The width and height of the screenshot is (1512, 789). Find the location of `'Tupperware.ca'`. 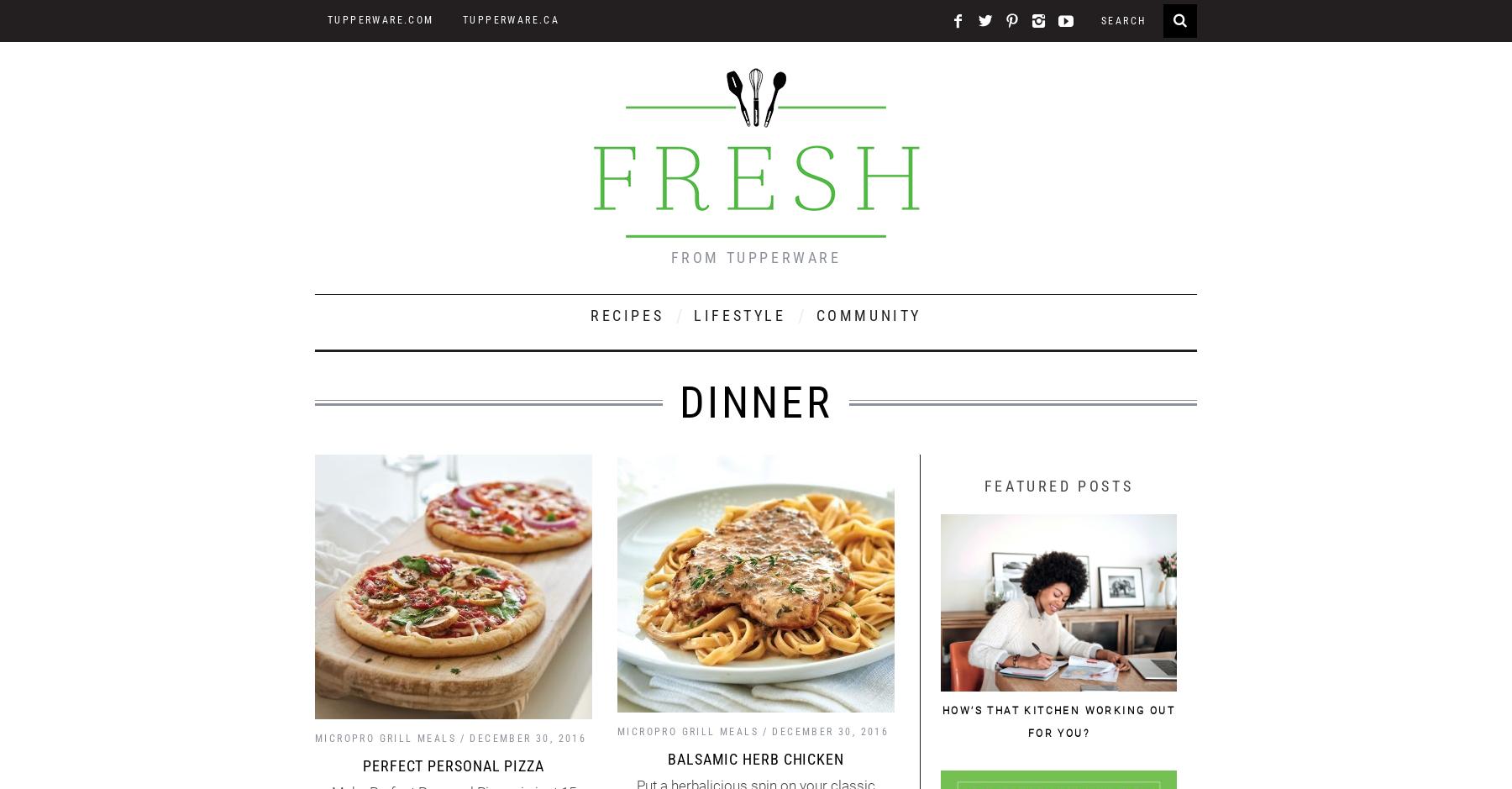

'Tupperware.ca' is located at coordinates (511, 20).